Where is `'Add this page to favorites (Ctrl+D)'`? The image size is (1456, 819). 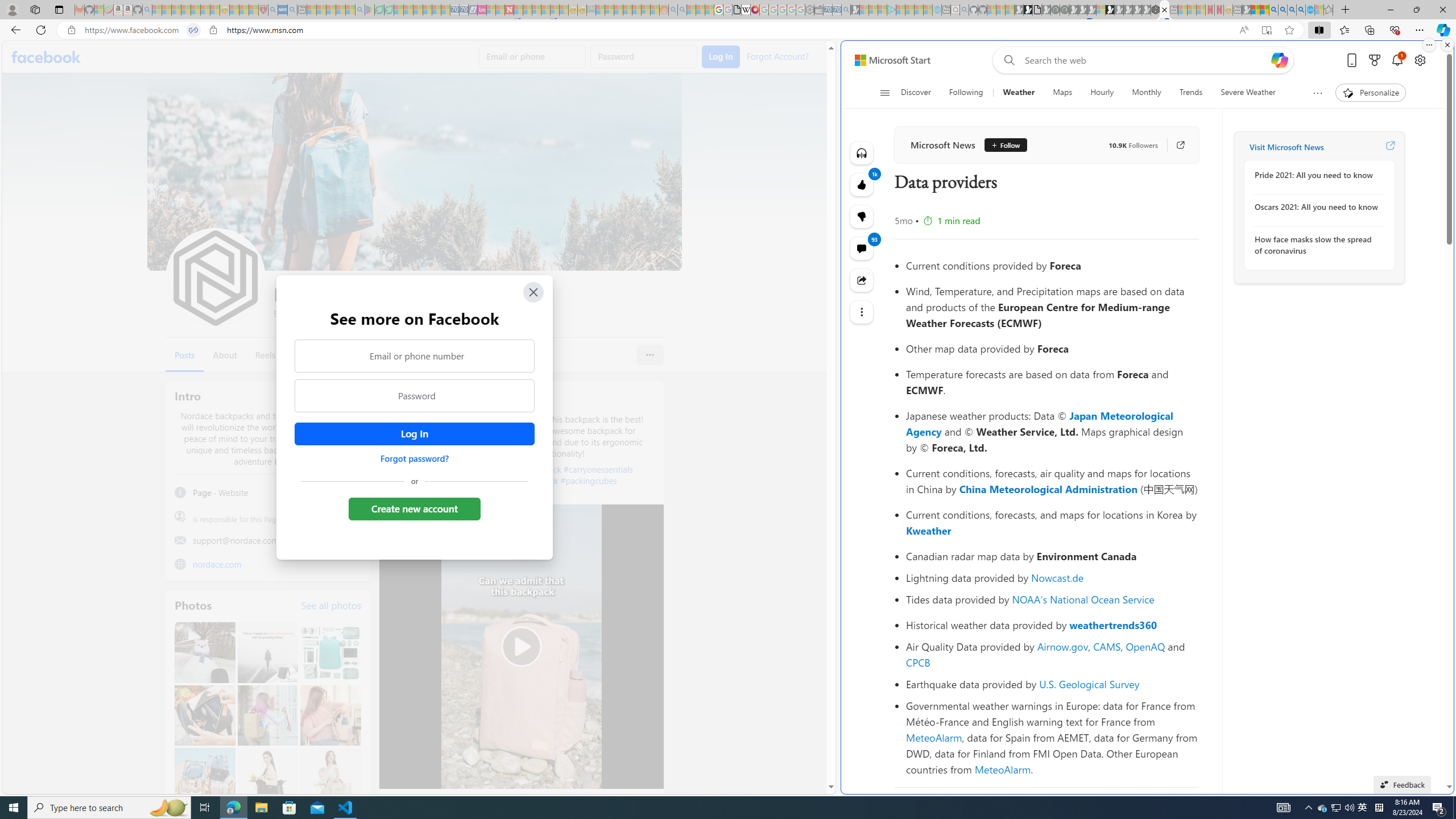
'Add this page to favorites (Ctrl+D)' is located at coordinates (1289, 30).